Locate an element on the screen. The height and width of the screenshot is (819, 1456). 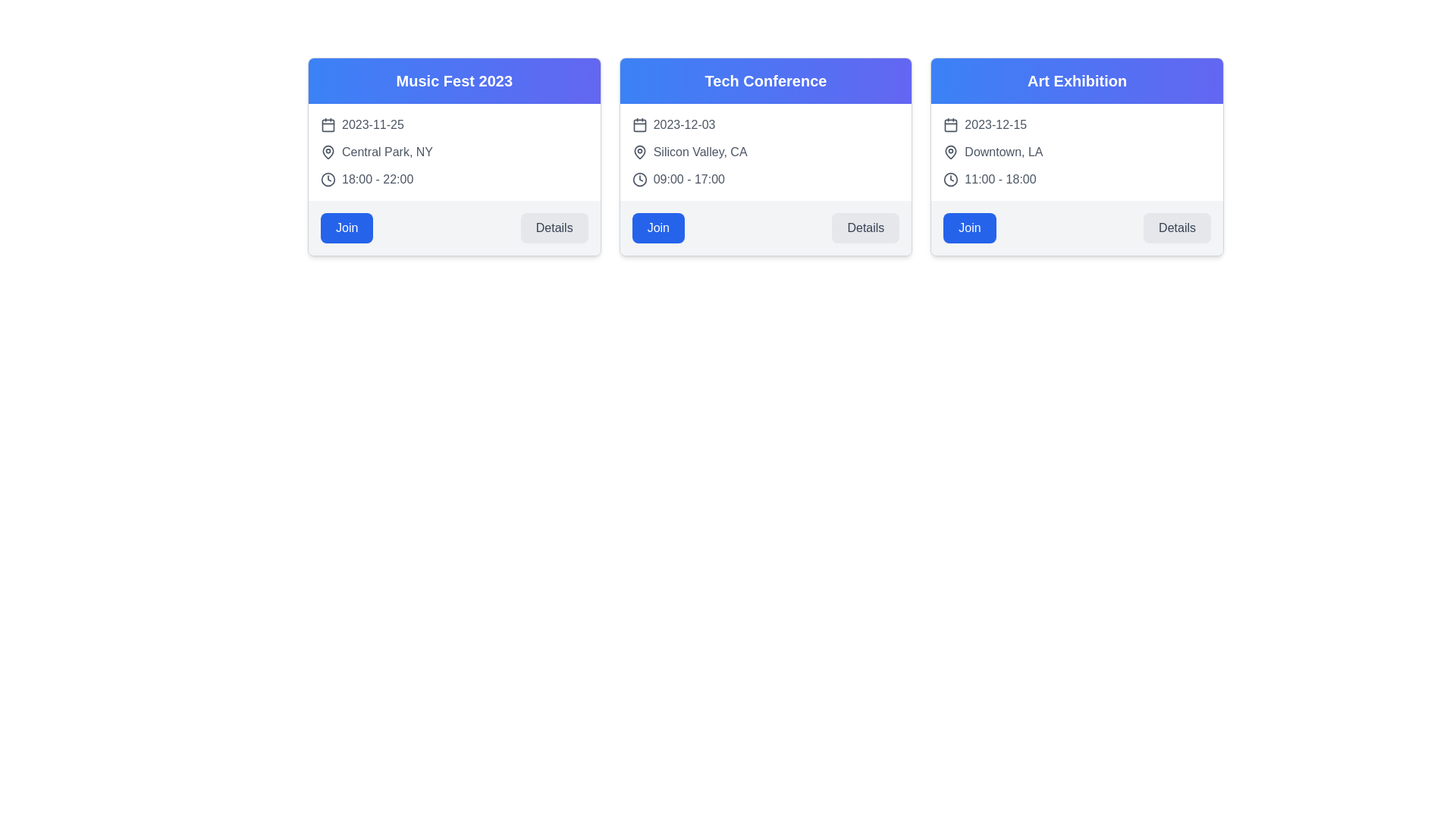
the calendar icon located to the left of the date '2023-12-03' in the 'Tech Conference' section is located at coordinates (639, 124).